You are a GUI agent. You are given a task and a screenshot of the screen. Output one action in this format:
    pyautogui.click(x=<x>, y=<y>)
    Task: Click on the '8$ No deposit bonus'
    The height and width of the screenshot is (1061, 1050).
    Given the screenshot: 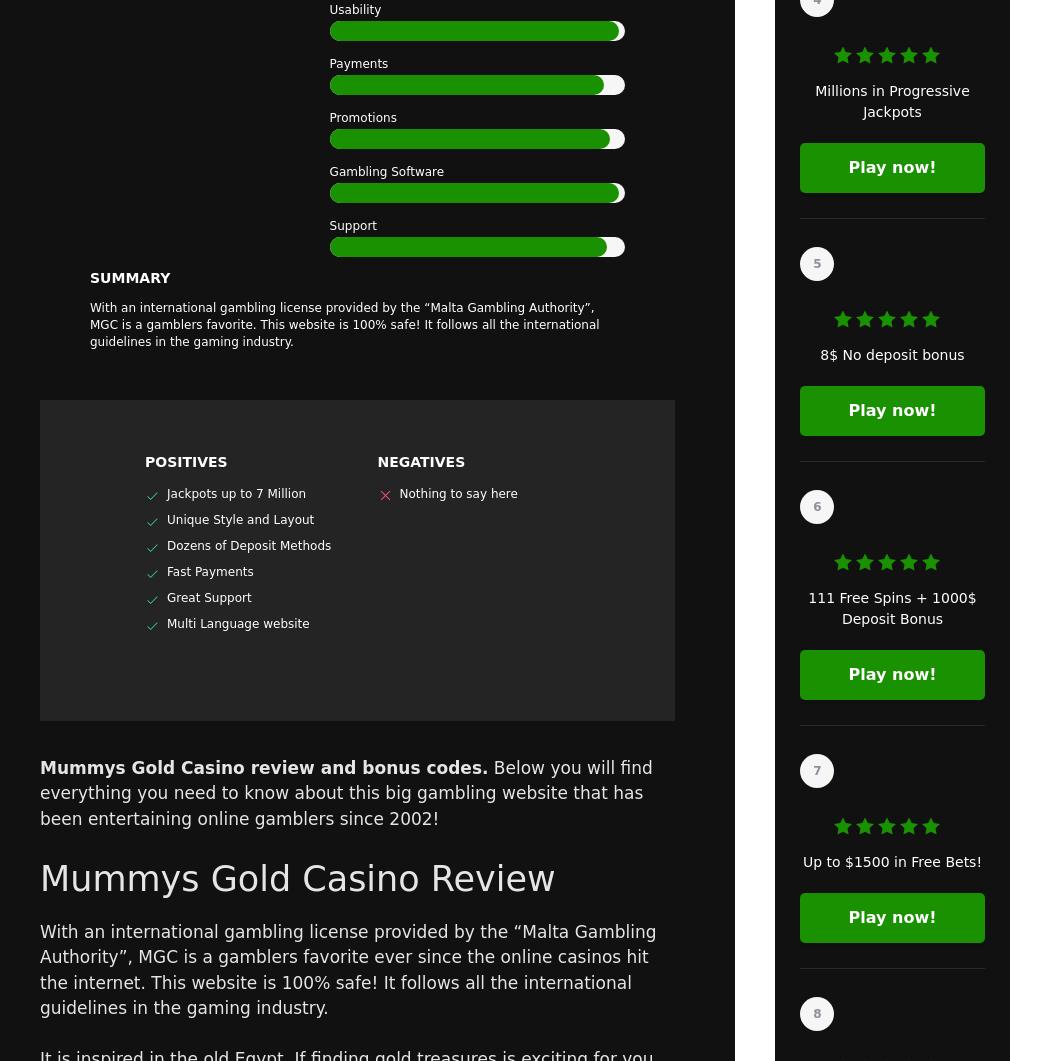 What is the action you would take?
    pyautogui.click(x=890, y=355)
    